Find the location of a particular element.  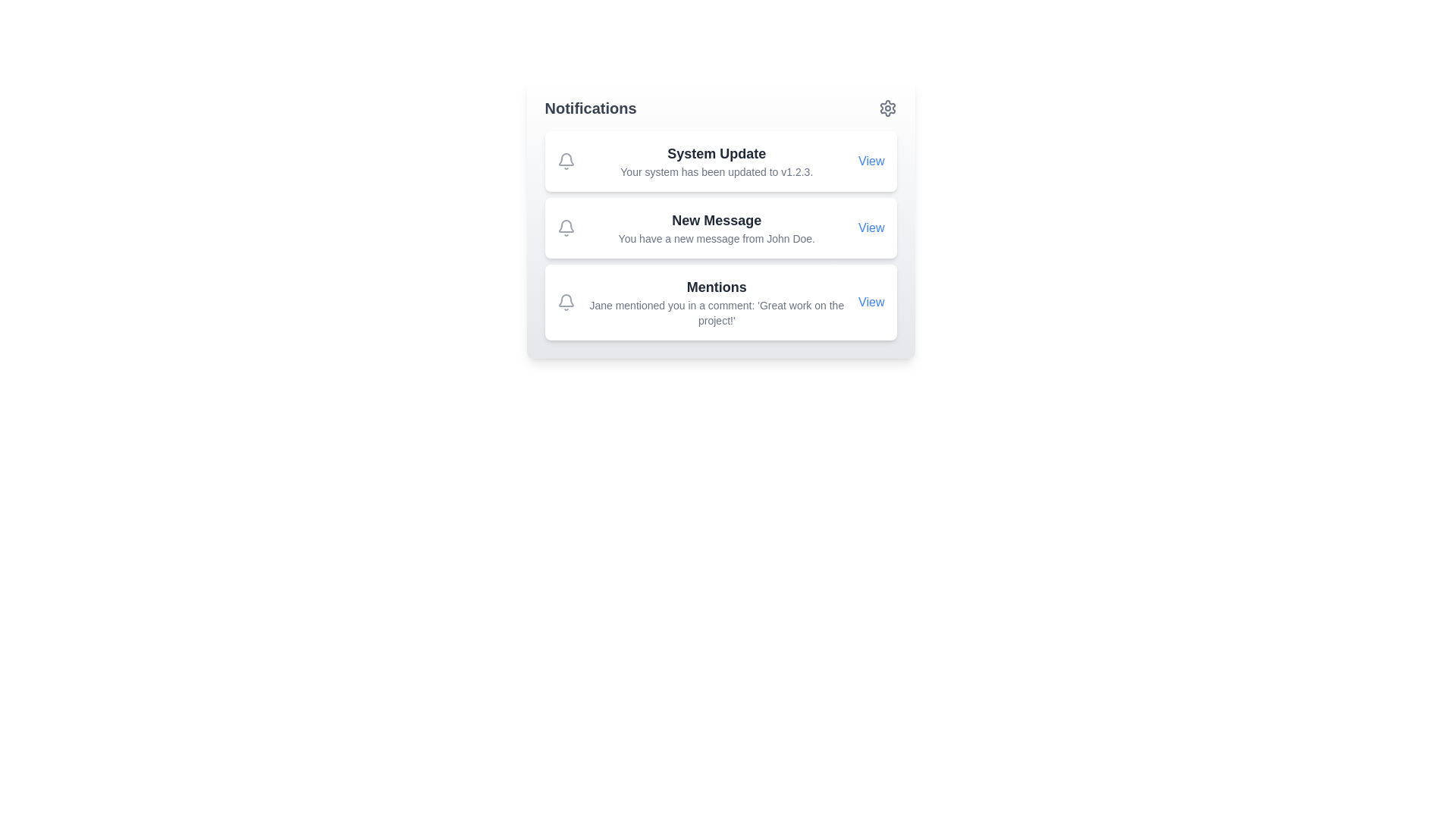

'View' button for the notification titled 'System Update' is located at coordinates (871, 161).